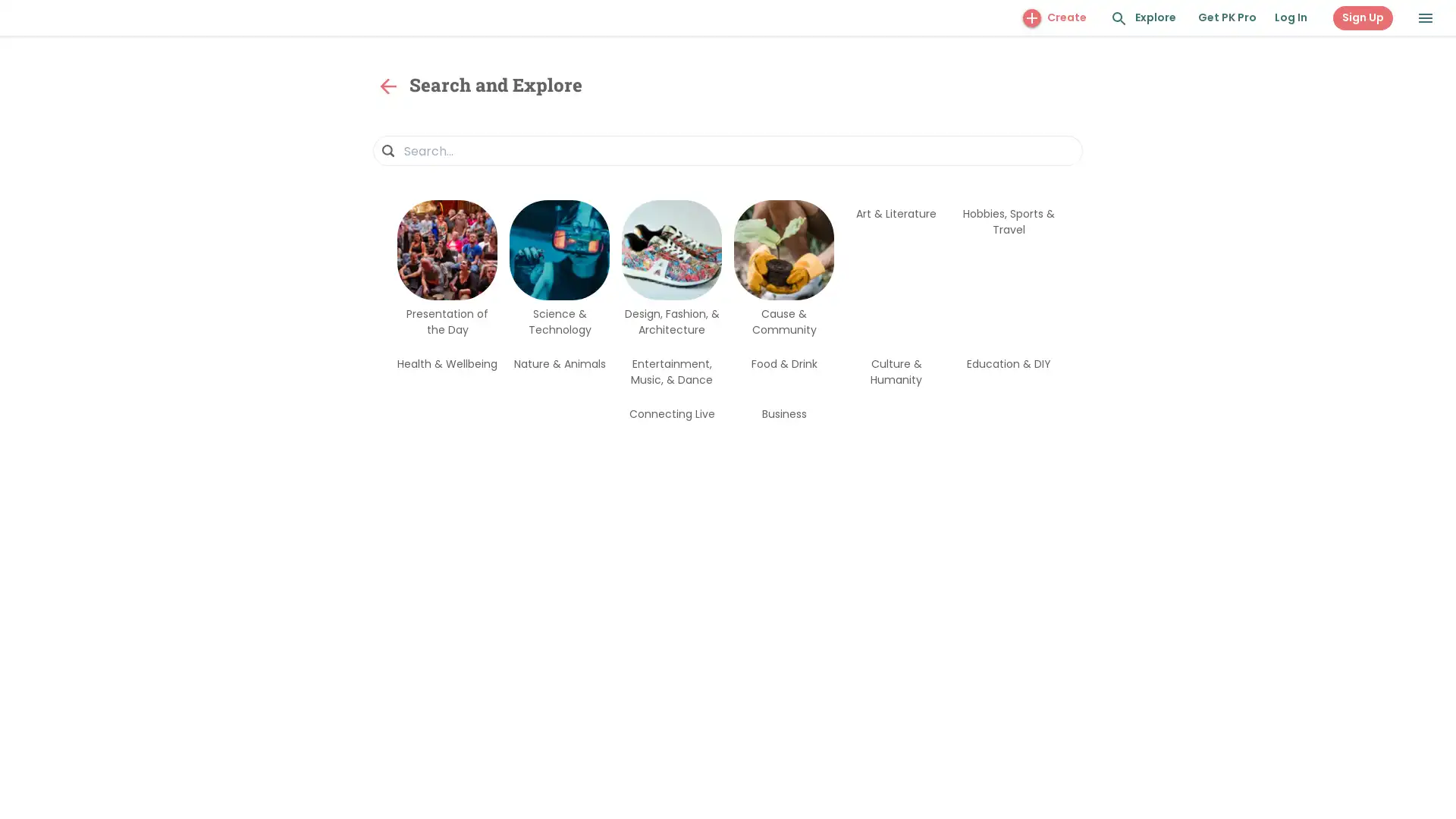 Image resolution: width=1456 pixels, height=819 pixels. What do you see at coordinates (1119, 18) in the screenshot?
I see `Search and Explore` at bounding box center [1119, 18].